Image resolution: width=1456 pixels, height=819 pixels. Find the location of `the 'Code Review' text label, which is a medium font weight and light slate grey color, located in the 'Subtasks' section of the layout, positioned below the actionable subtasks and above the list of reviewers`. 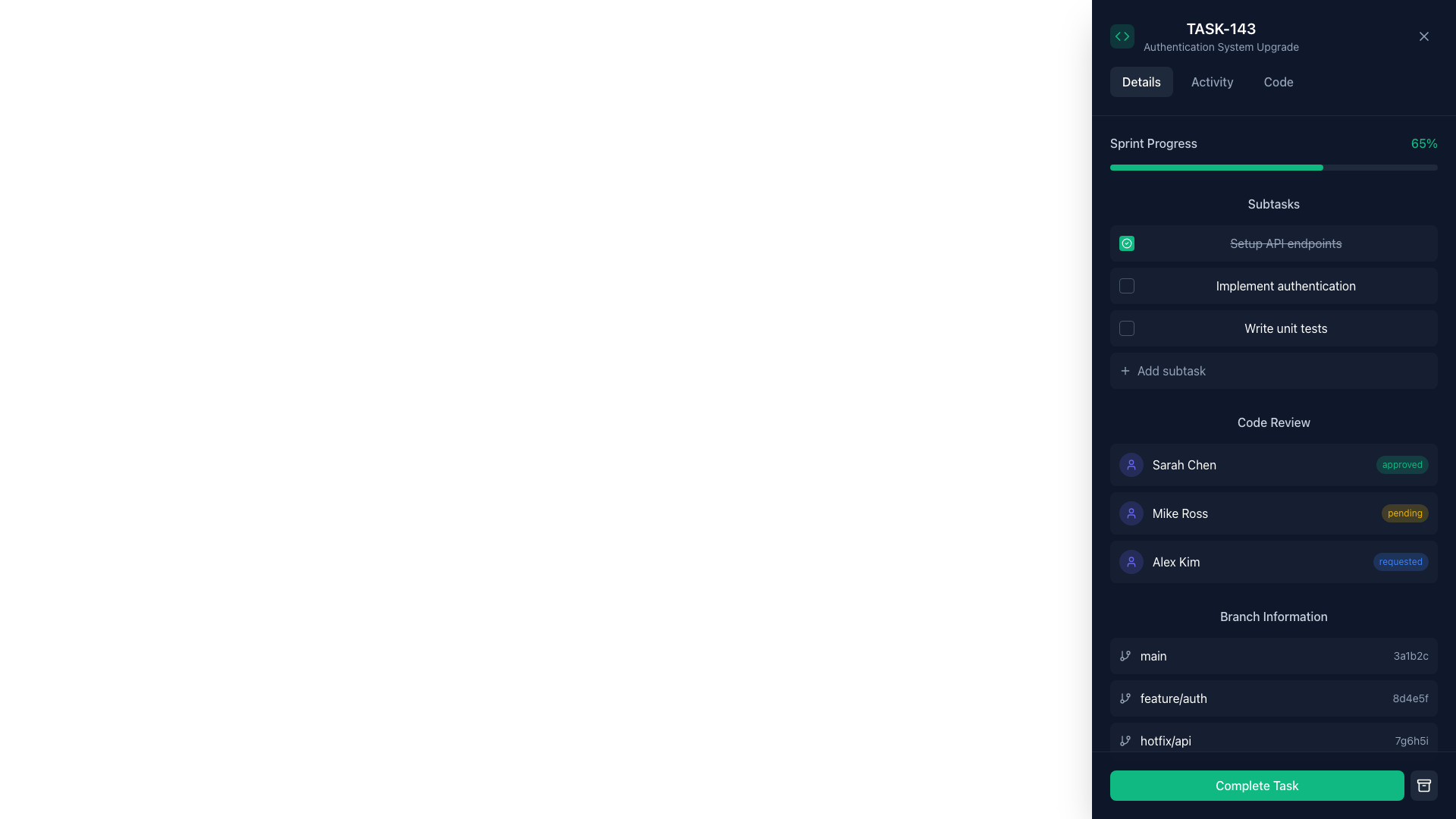

the 'Code Review' text label, which is a medium font weight and light slate grey color, located in the 'Subtasks' section of the layout, positioned below the actionable subtasks and above the list of reviewers is located at coordinates (1274, 422).